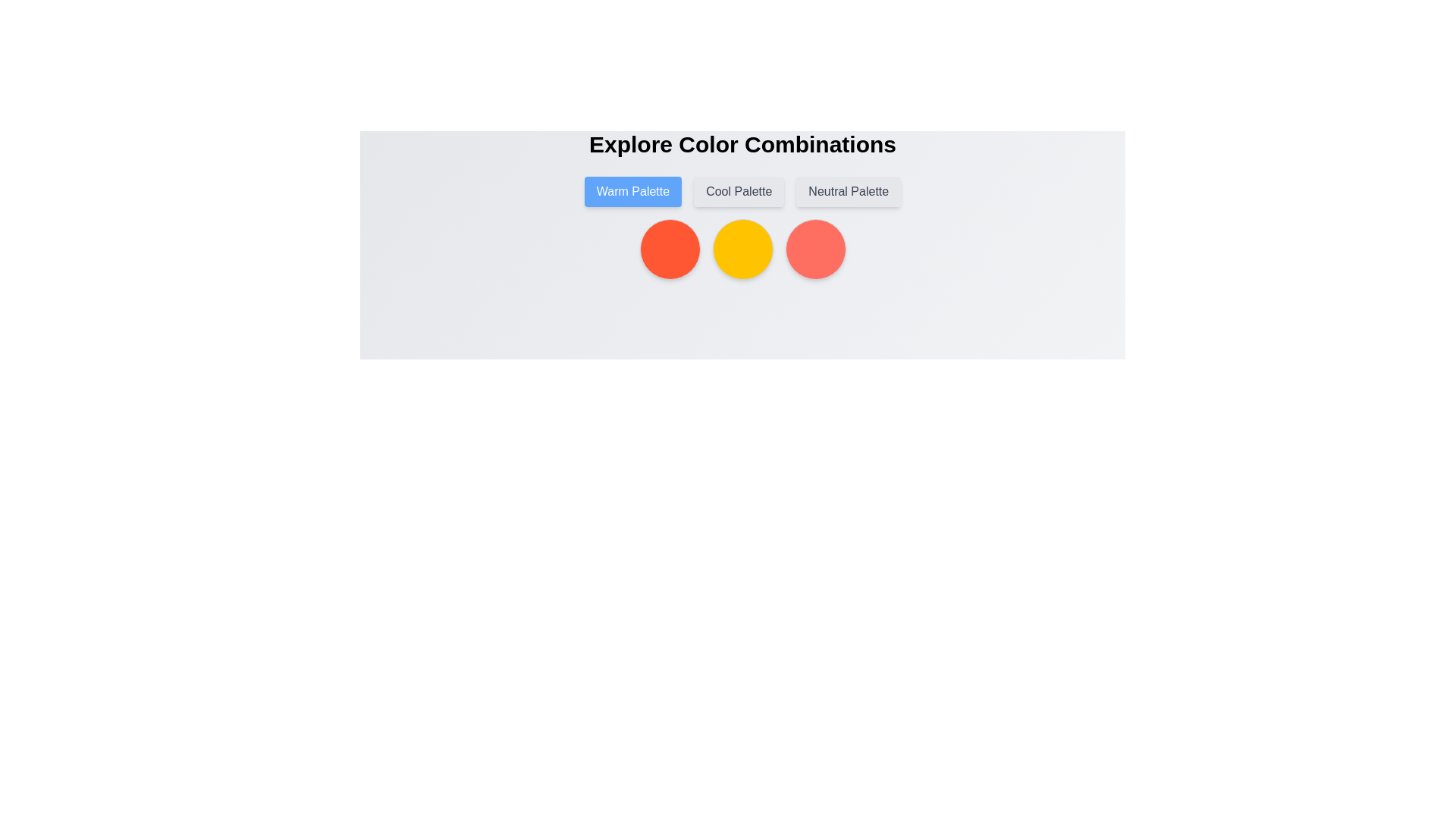  What do you see at coordinates (739, 191) in the screenshot?
I see `the 'Cool Palette' button, which is a rectangular button with a light gray background and gray text, located between the 'Warm Palette' and 'Neutral Palette' buttons, below the 'Explore Color Combinations' headline` at bounding box center [739, 191].